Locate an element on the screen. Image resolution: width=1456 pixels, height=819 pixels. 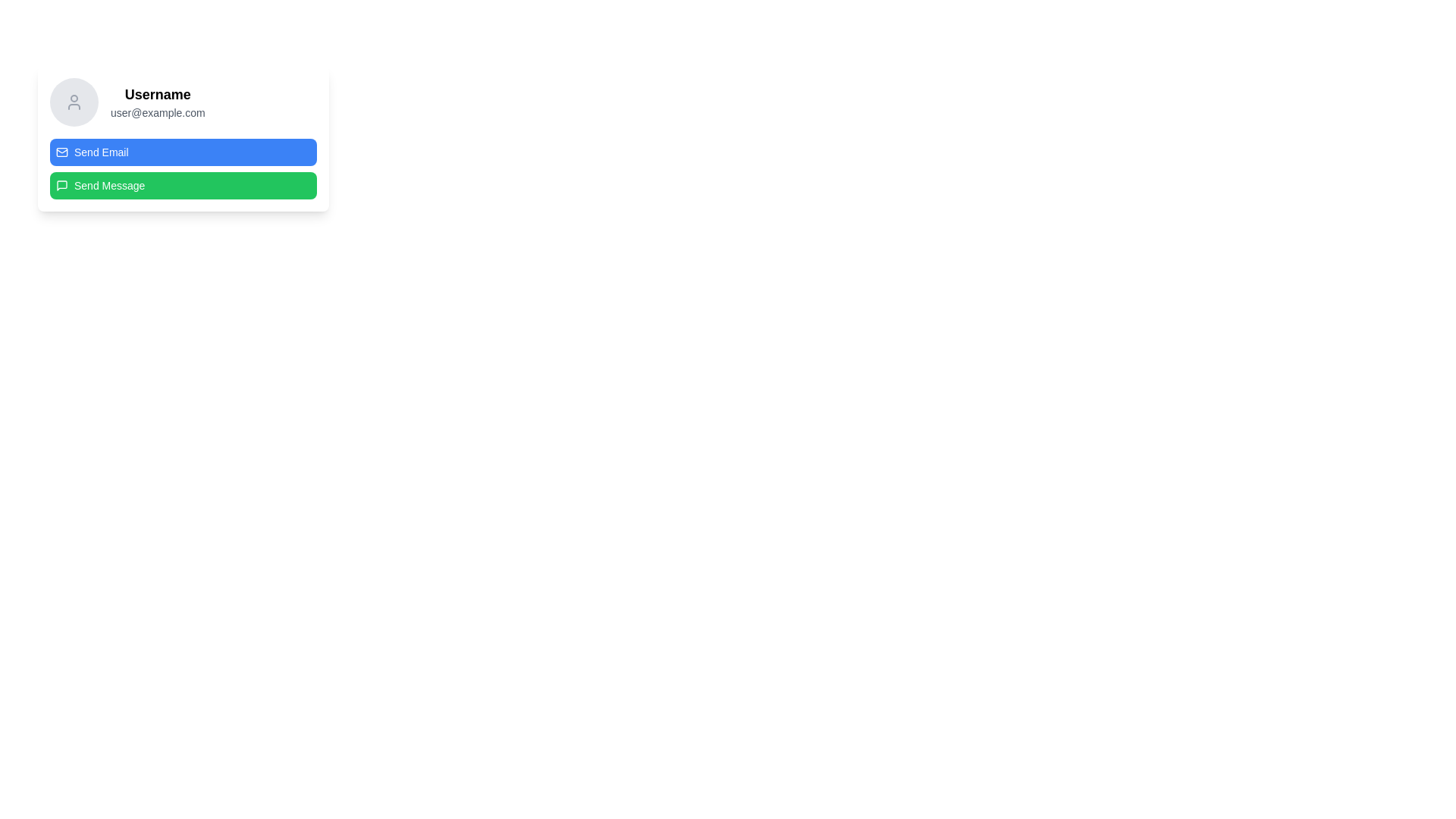
the blue rounded rectangular background of the icon within the 'Send Email' button, which is part of the envelope symbol is located at coordinates (61, 152).